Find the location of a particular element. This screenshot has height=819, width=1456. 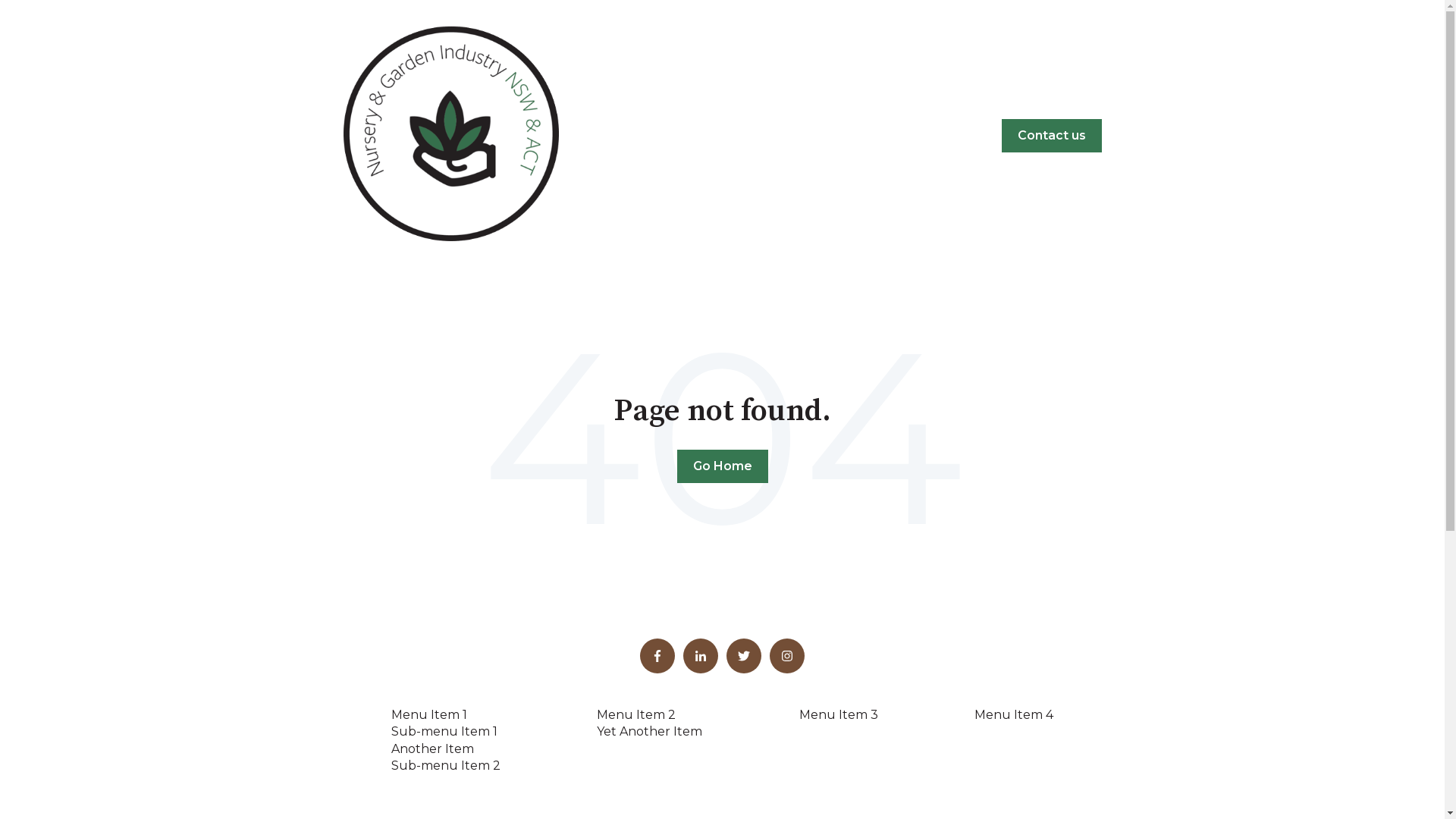

'Menu Item 4' is located at coordinates (1014, 714).